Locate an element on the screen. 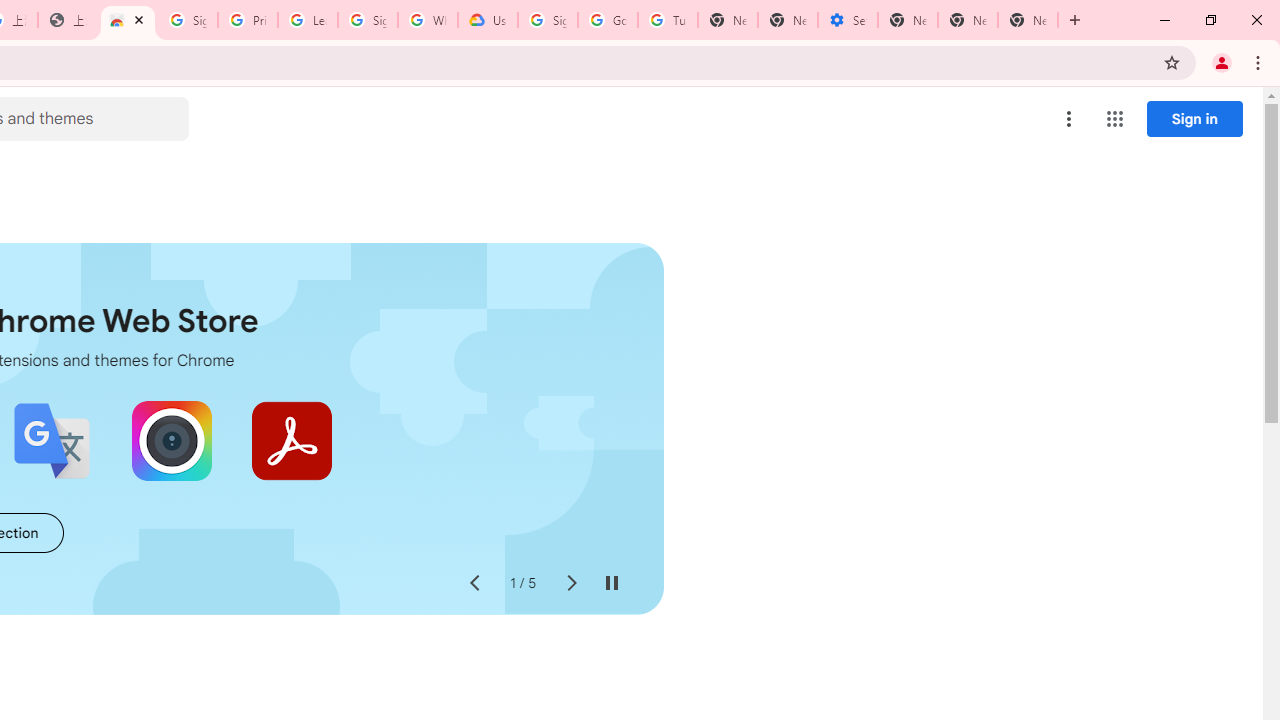 This screenshot has width=1280, height=720. 'Pause auto-play' is located at coordinates (610, 583).